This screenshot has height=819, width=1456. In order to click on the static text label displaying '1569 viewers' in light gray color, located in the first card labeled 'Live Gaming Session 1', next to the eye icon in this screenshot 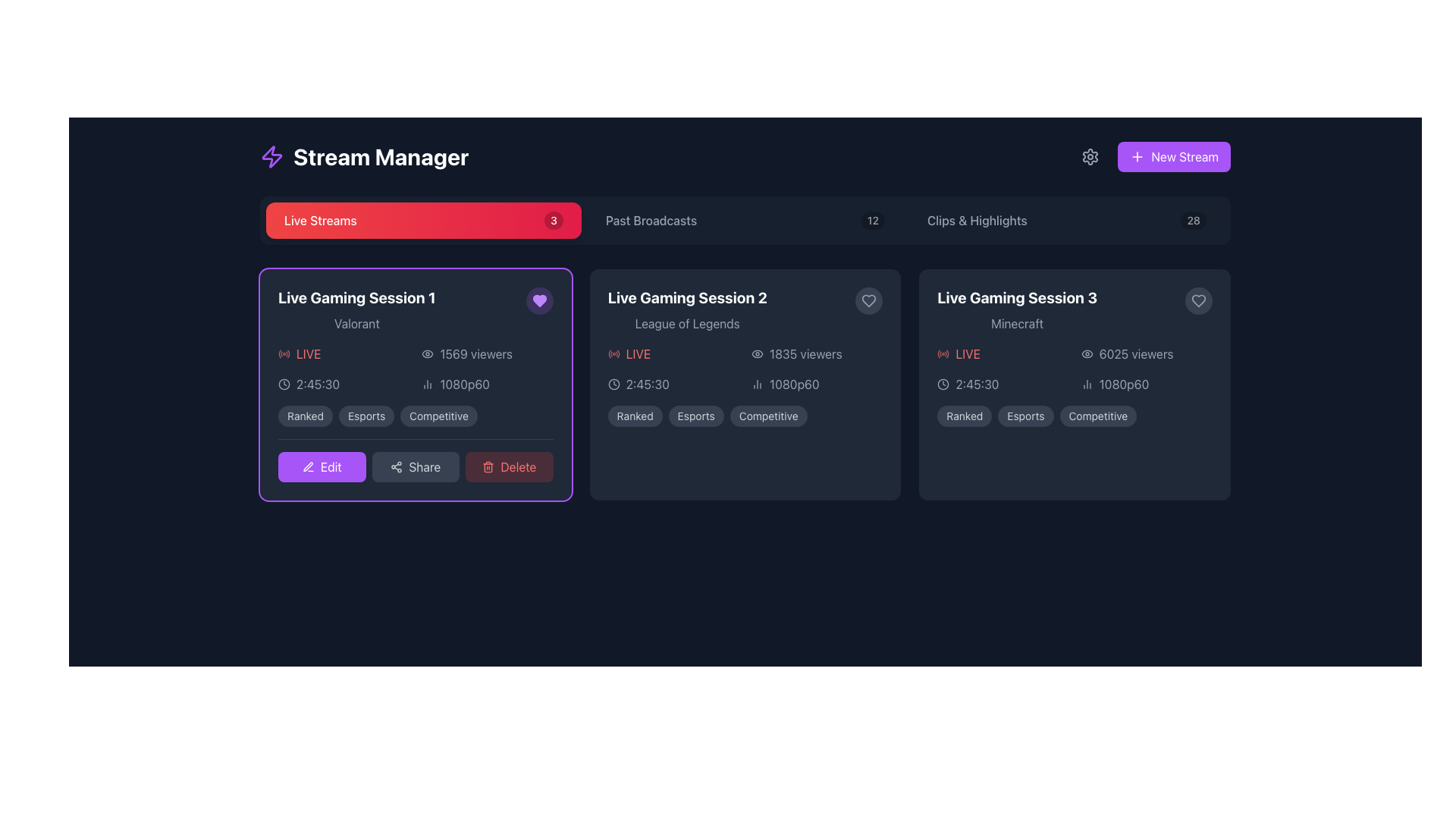, I will do `click(475, 353)`.